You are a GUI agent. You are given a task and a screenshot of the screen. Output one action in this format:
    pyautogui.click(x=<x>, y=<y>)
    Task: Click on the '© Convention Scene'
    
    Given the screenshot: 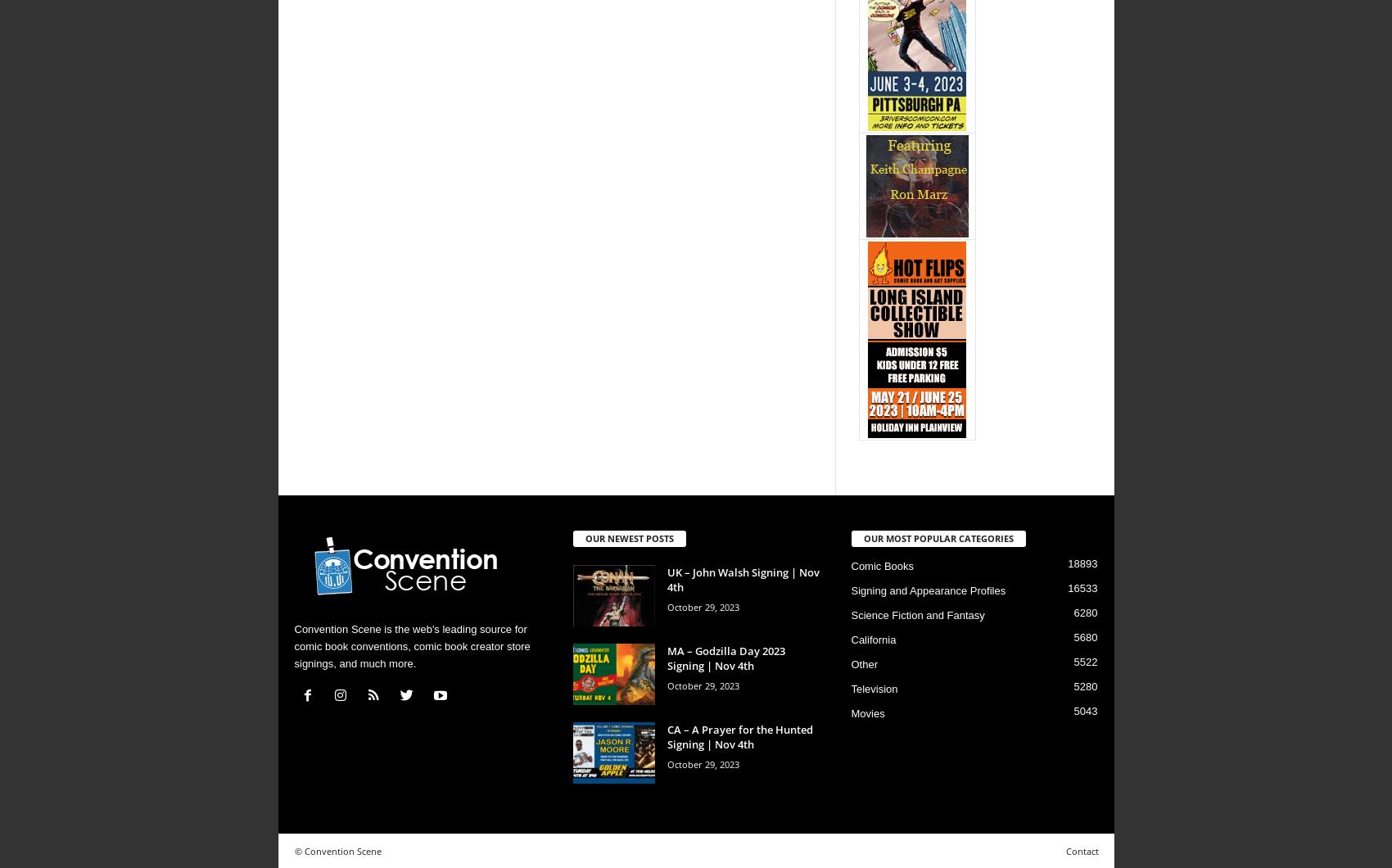 What is the action you would take?
    pyautogui.click(x=337, y=849)
    